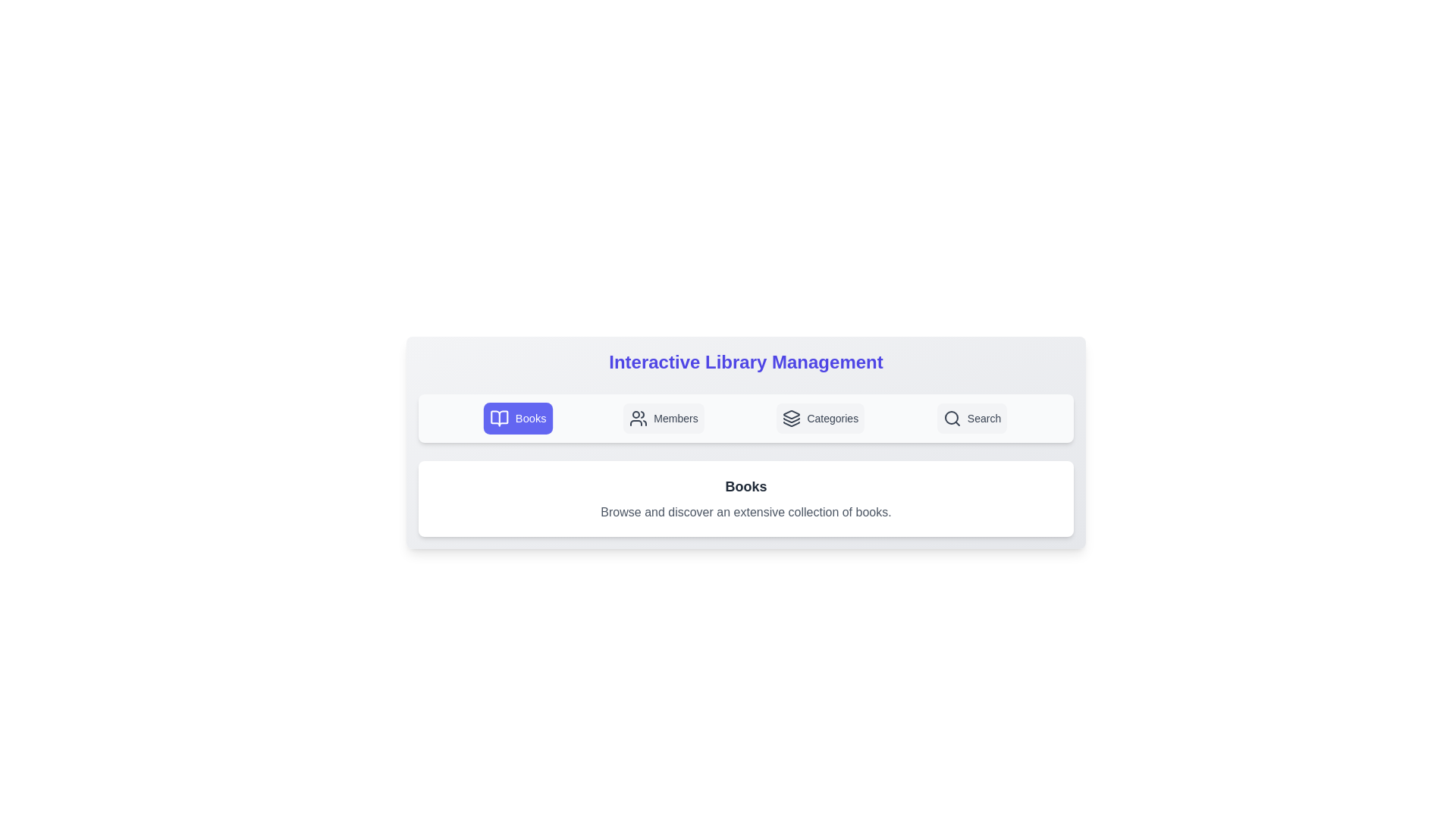 Image resolution: width=1456 pixels, height=819 pixels. Describe the element at coordinates (791, 418) in the screenshot. I see `the 'Categories' icon located between the 'Members' and 'Search' buttons in the navigation bar` at that location.